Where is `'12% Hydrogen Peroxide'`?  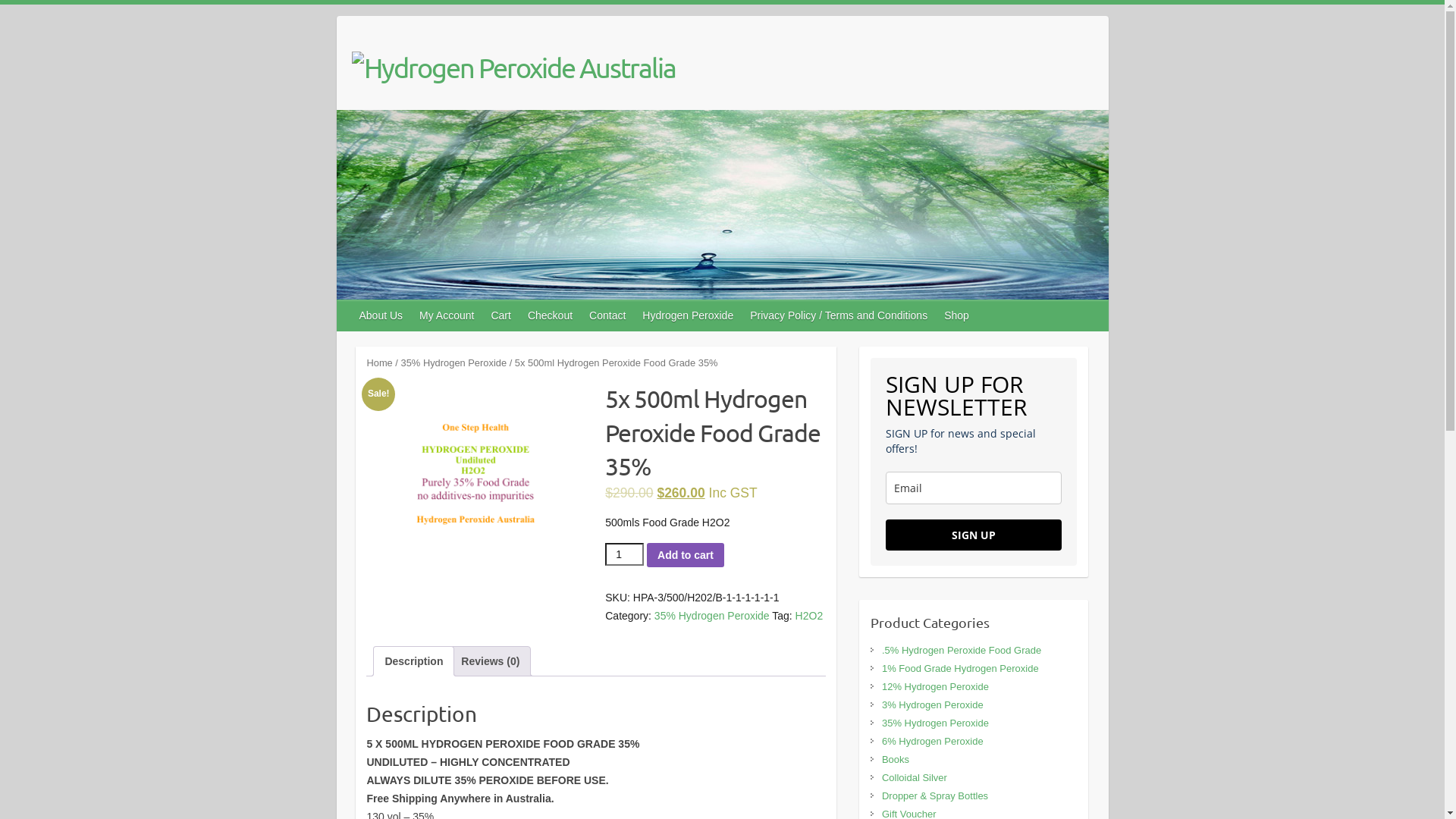 '12% Hydrogen Peroxide' is located at coordinates (934, 686).